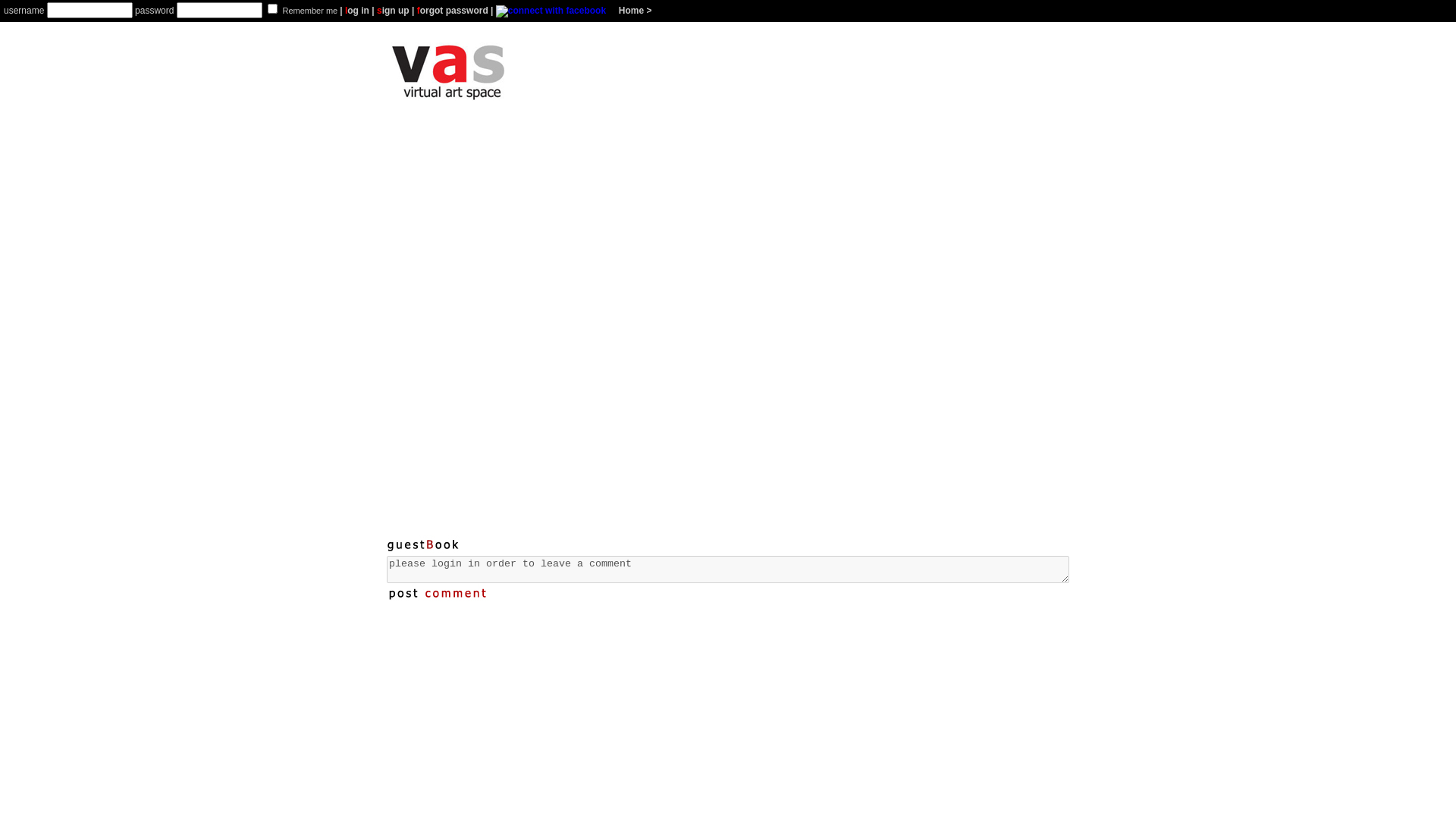 The width and height of the screenshot is (1456, 819). I want to click on 'post comment', so click(386, 593).